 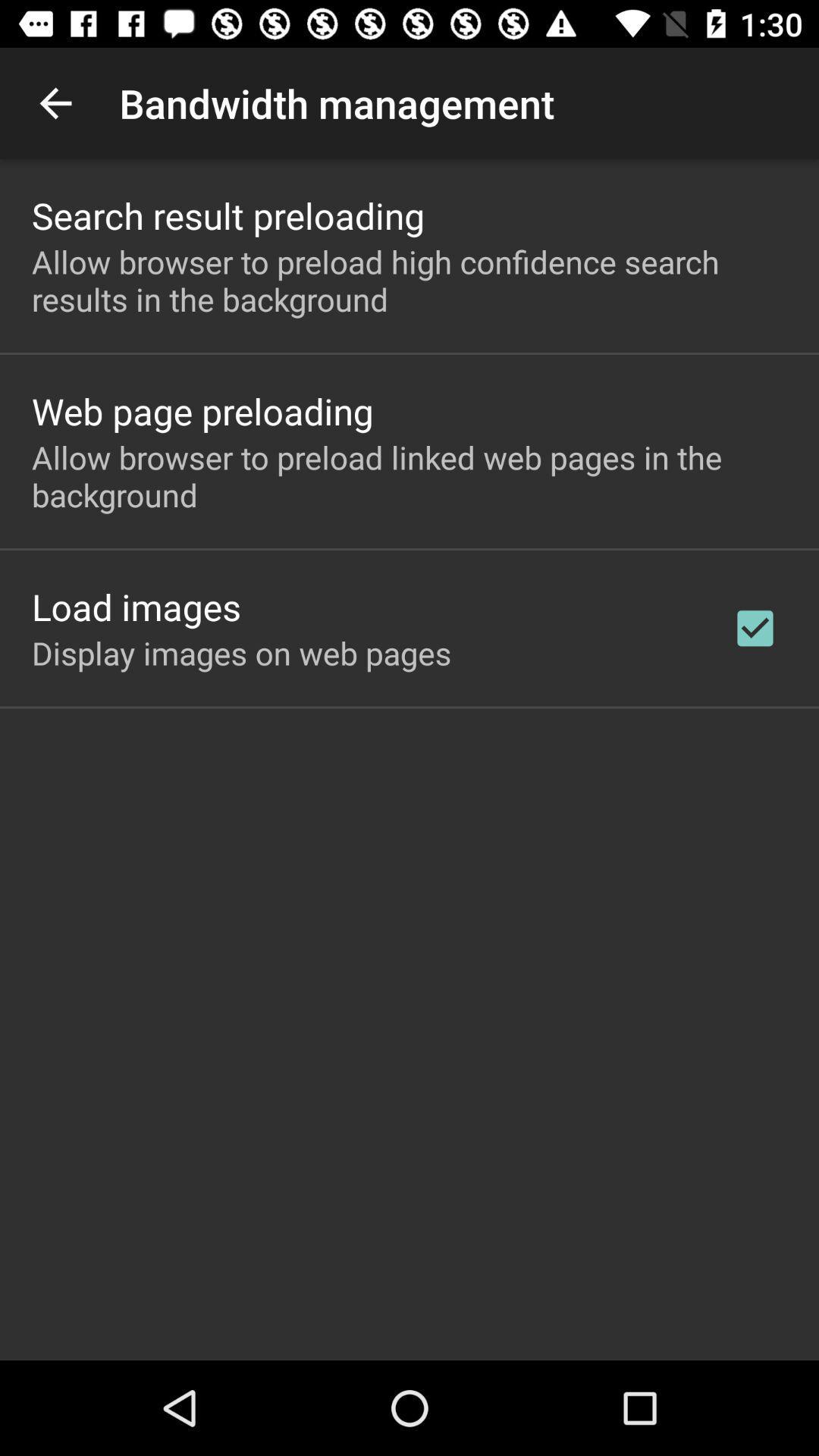 What do you see at coordinates (202, 411) in the screenshot?
I see `web page preloading` at bounding box center [202, 411].